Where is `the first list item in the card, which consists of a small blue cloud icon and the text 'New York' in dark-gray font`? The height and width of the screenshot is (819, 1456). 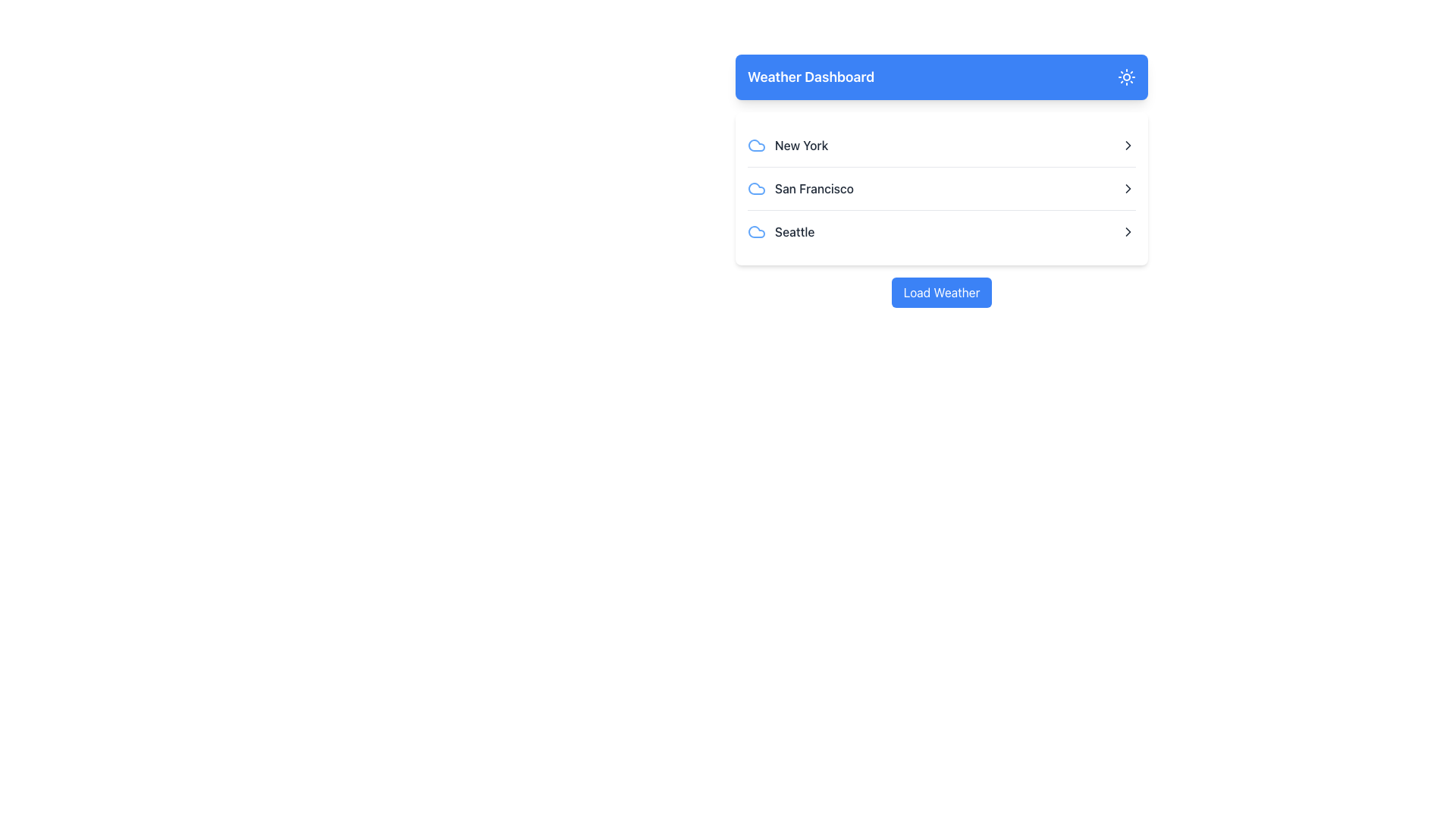
the first list item in the card, which consists of a small blue cloud icon and the text 'New York' in dark-gray font is located at coordinates (788, 146).